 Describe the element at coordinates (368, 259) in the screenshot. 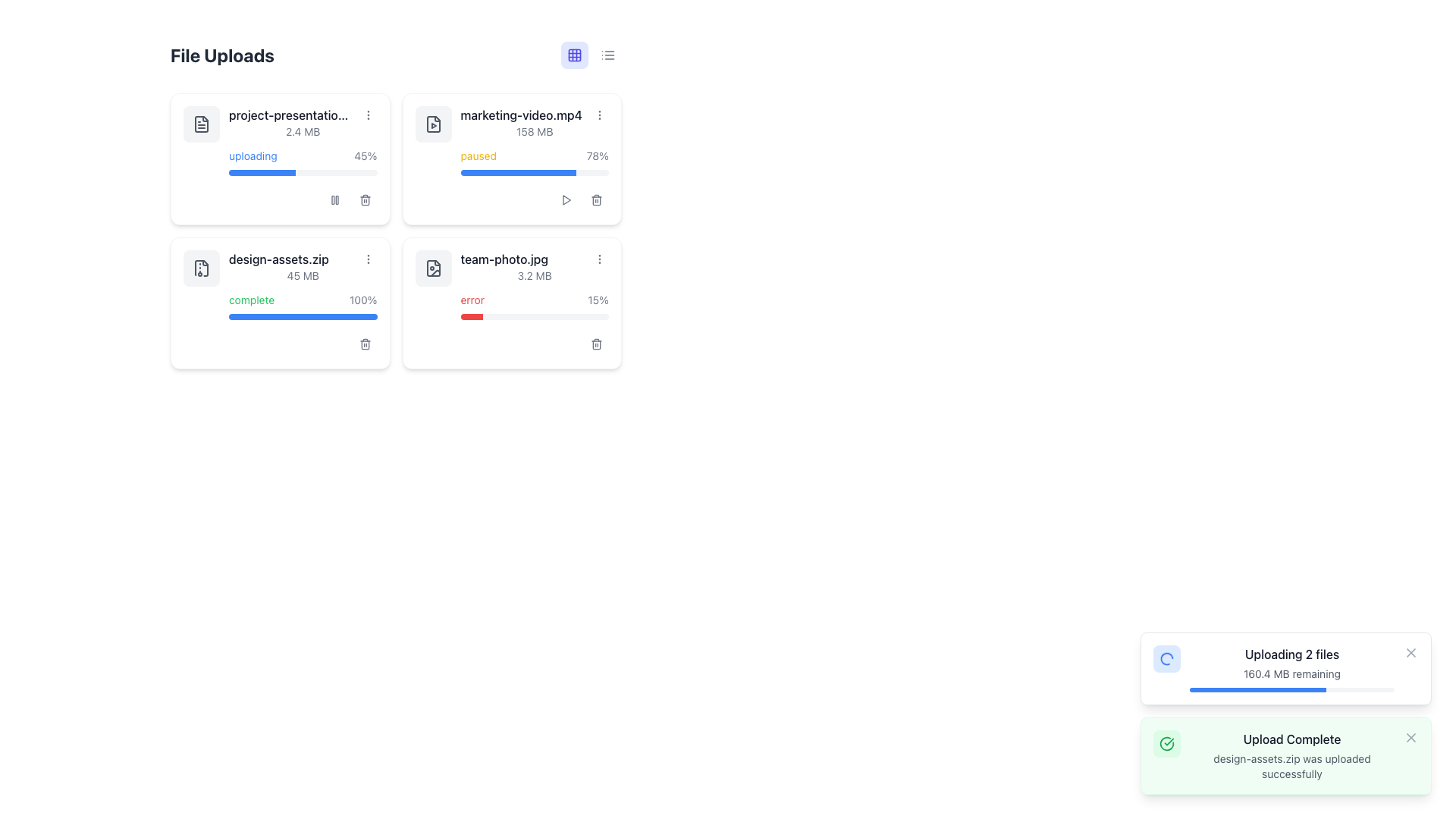

I see `the Button with an icon representation located to the right of 'design-assets.zip' to trigger visual feedback` at that location.